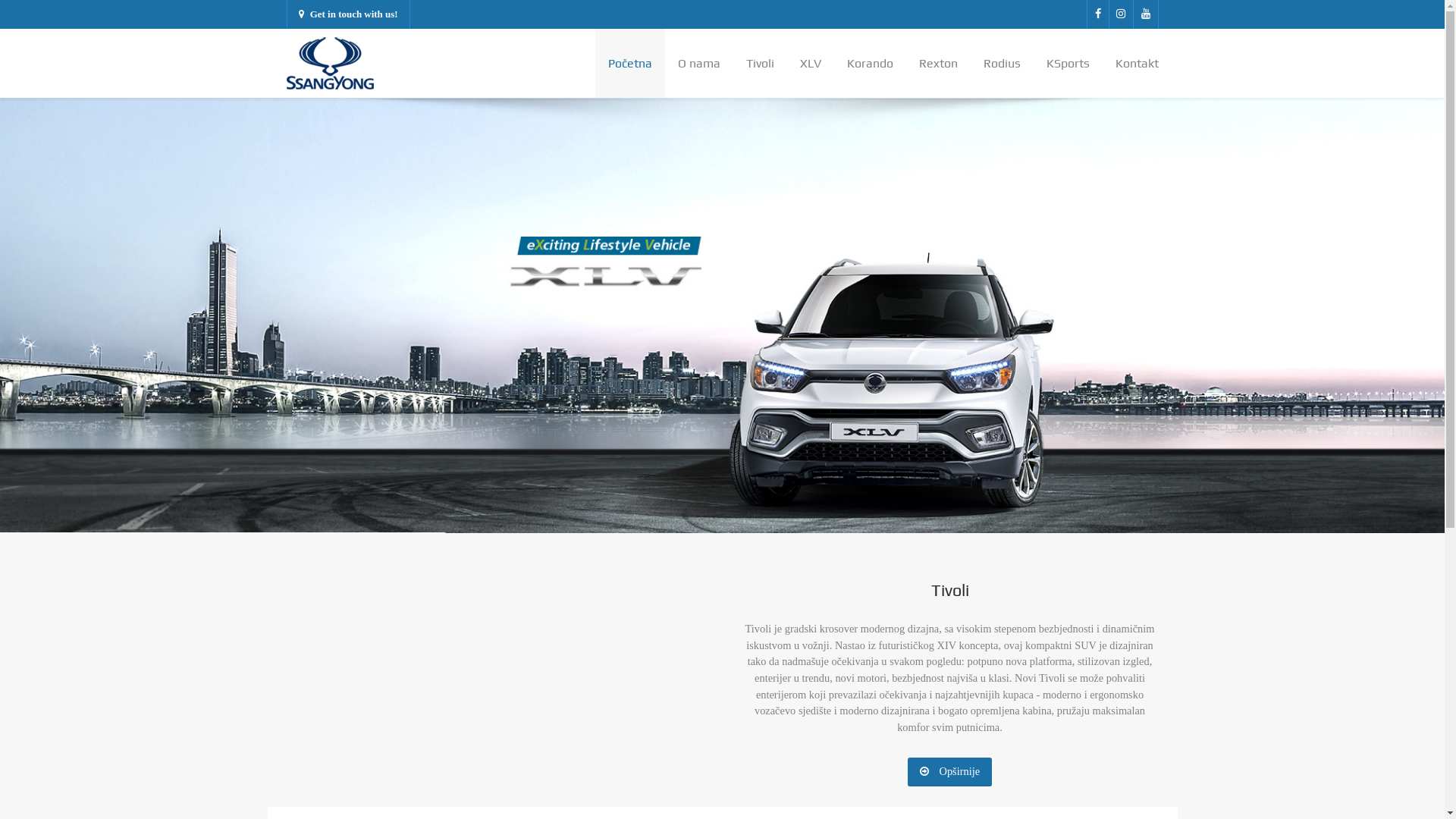 The height and width of the screenshot is (819, 1456). I want to click on 'Korando', so click(870, 62).